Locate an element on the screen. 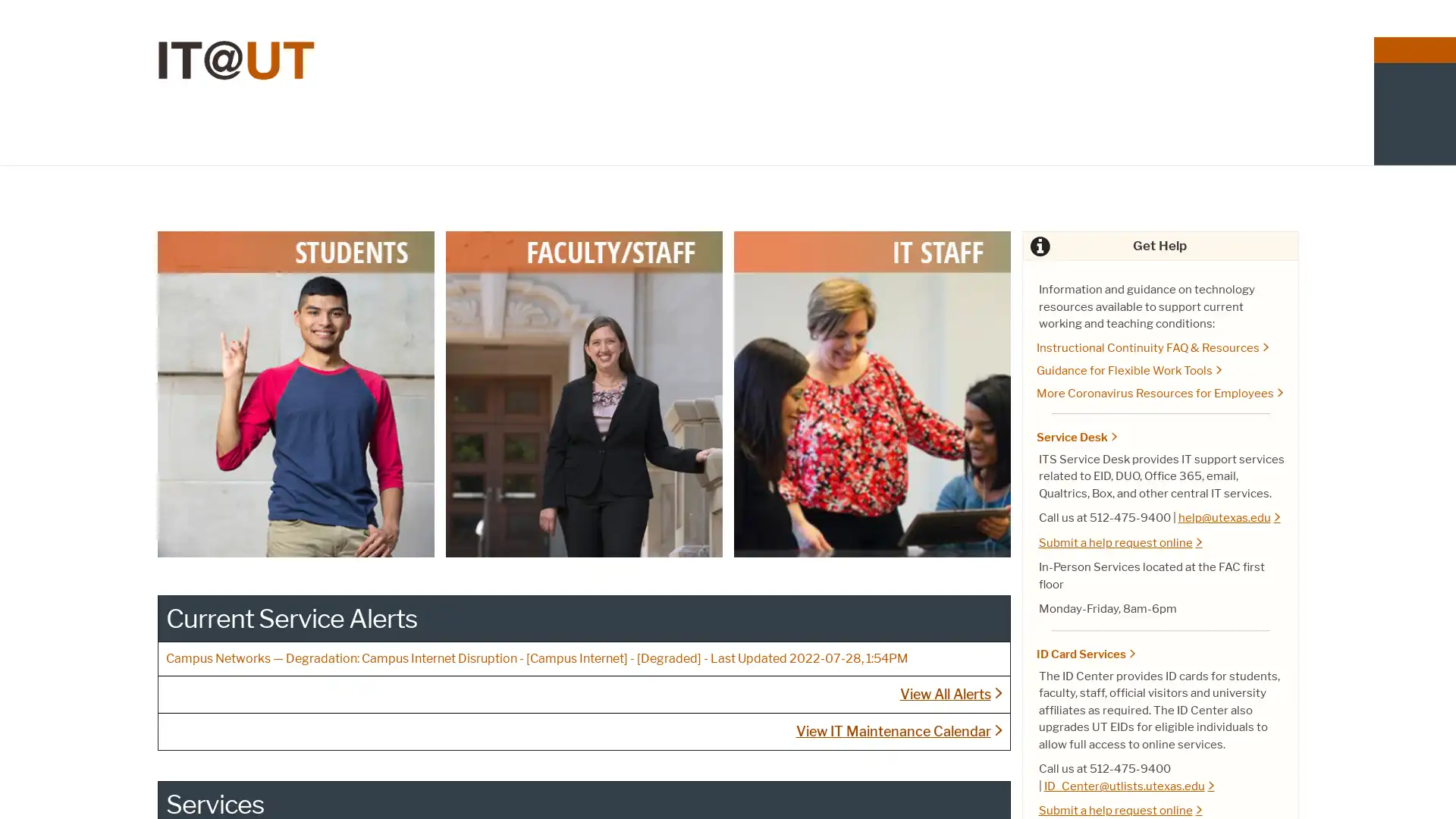 The width and height of the screenshot is (1456, 819). Search is located at coordinates (1282, 110).